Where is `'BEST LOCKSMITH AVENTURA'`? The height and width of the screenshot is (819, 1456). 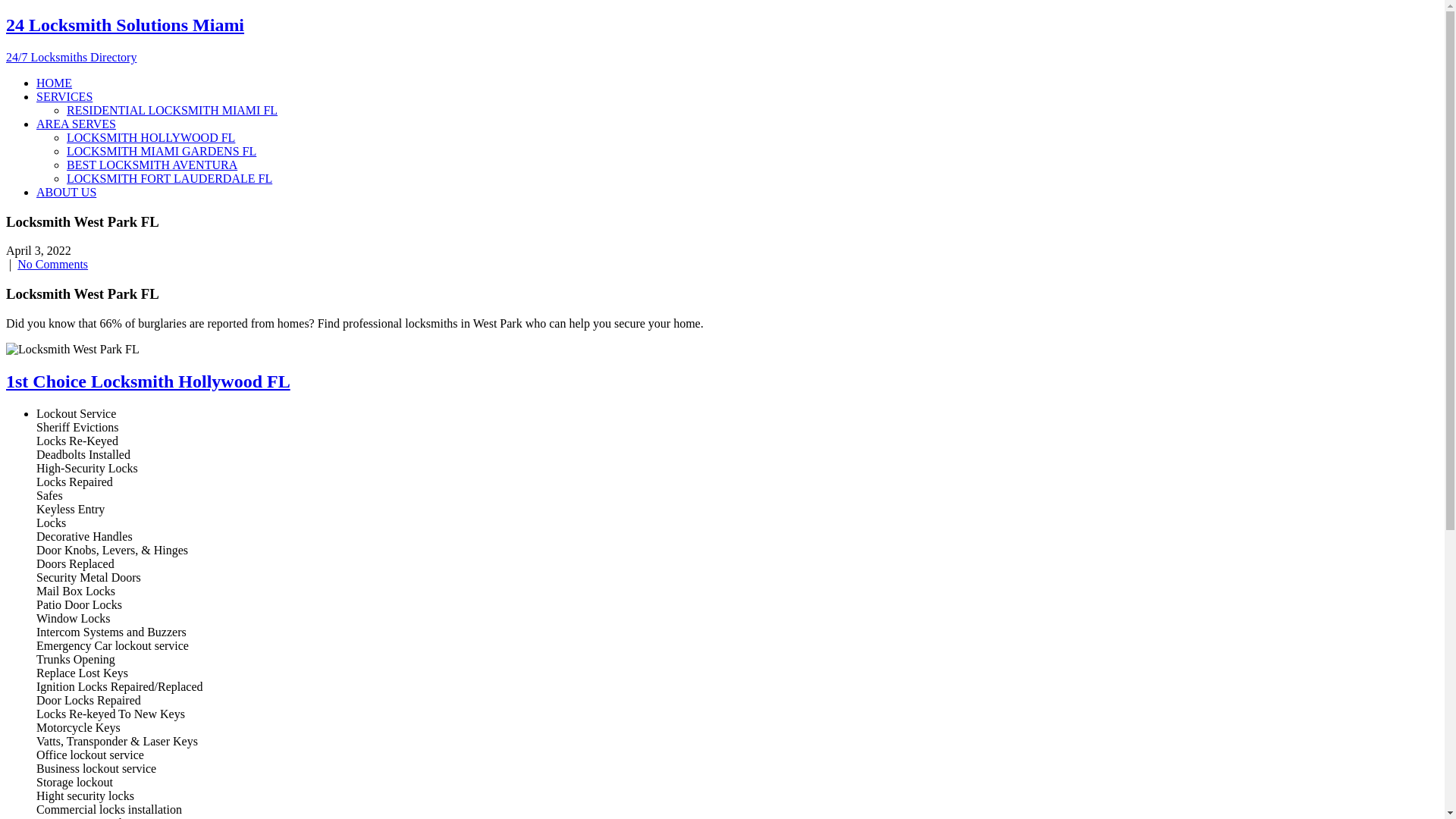 'BEST LOCKSMITH AVENTURA' is located at coordinates (152, 165).